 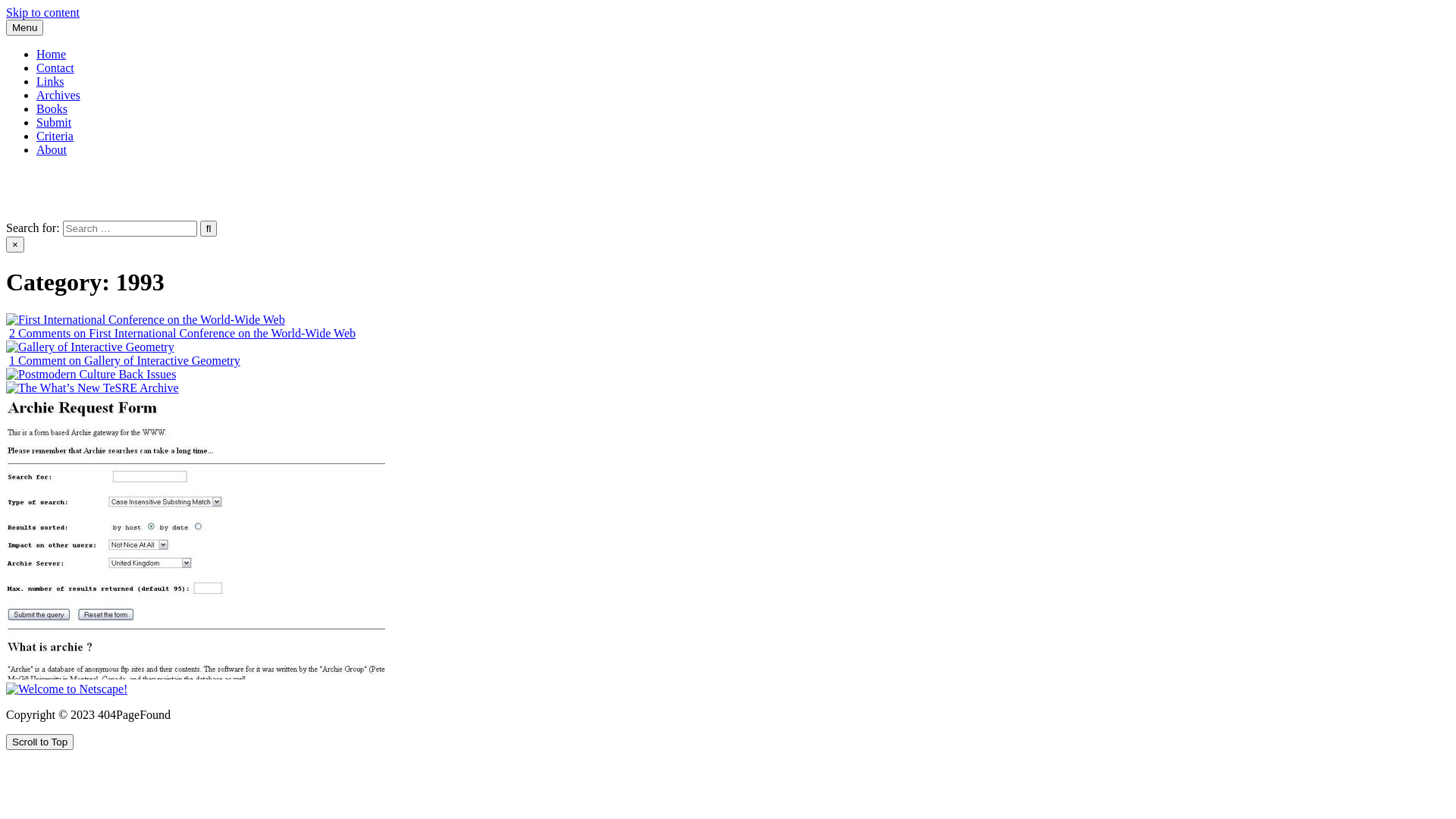 What do you see at coordinates (89, 347) in the screenshot?
I see `'Gallery of Interactive Geometry'` at bounding box center [89, 347].